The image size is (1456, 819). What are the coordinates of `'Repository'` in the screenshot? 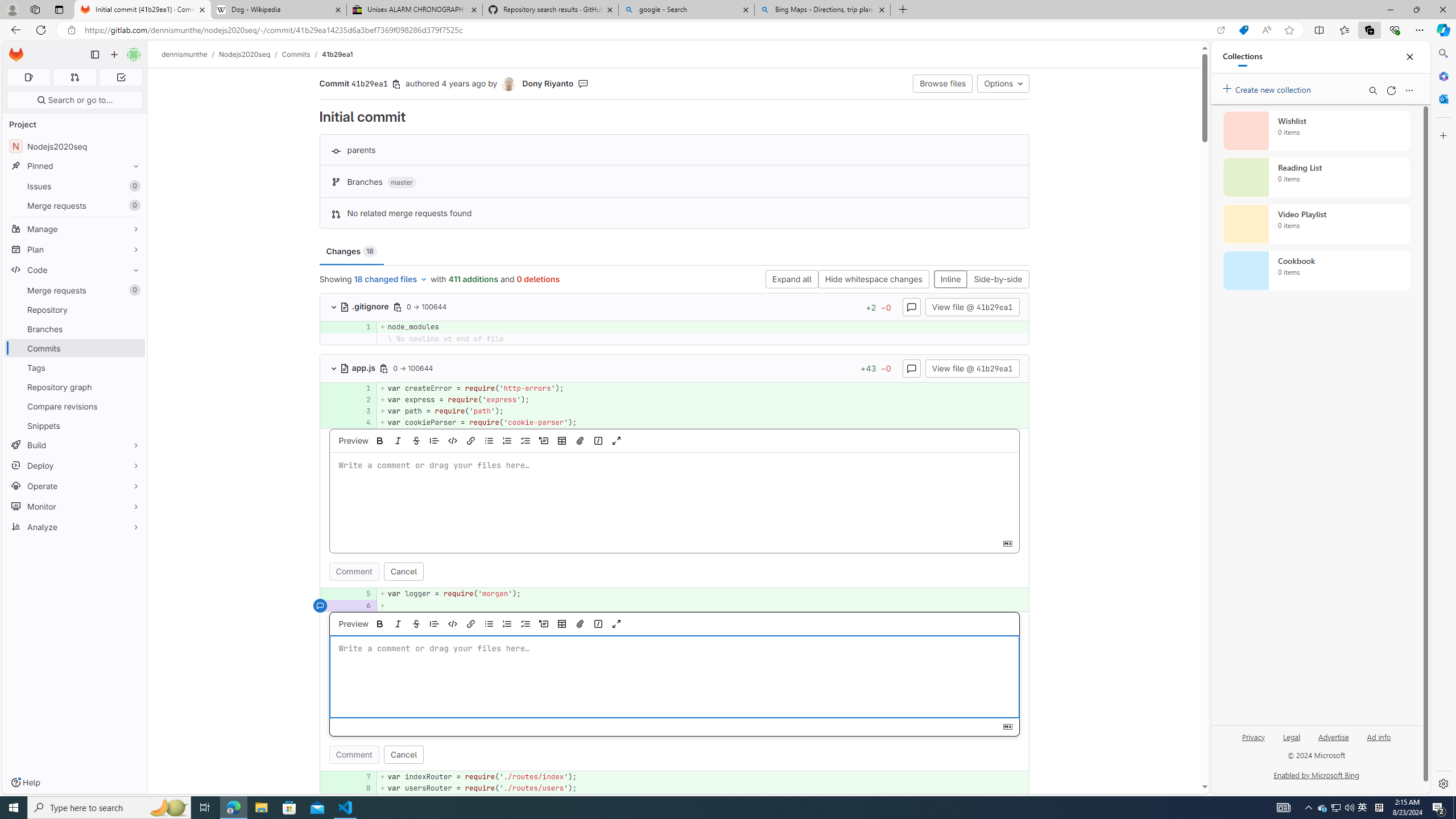 It's located at (74, 309).